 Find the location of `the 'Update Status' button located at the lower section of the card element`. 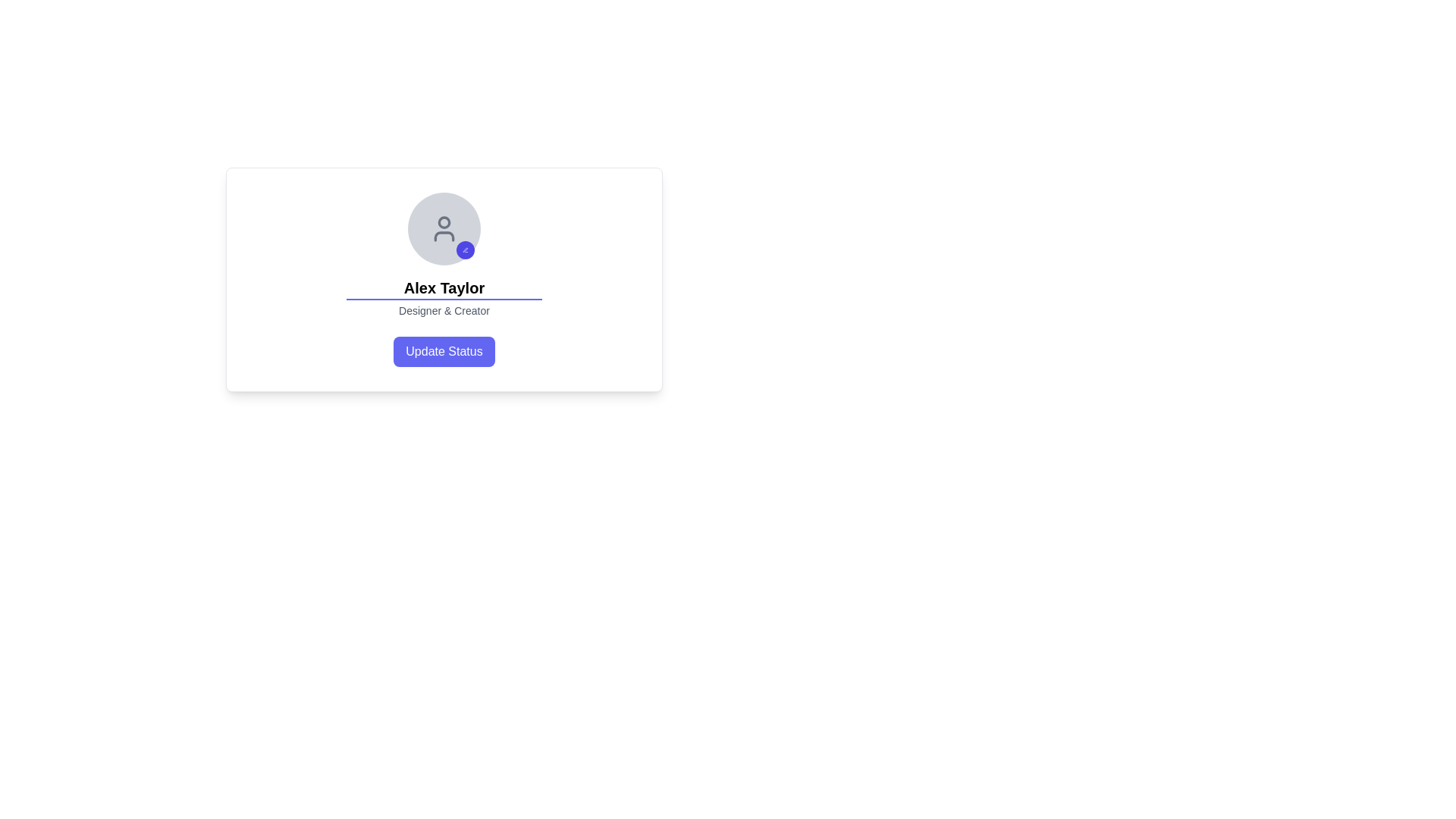

the 'Update Status' button located at the lower section of the card element is located at coordinates (443, 351).